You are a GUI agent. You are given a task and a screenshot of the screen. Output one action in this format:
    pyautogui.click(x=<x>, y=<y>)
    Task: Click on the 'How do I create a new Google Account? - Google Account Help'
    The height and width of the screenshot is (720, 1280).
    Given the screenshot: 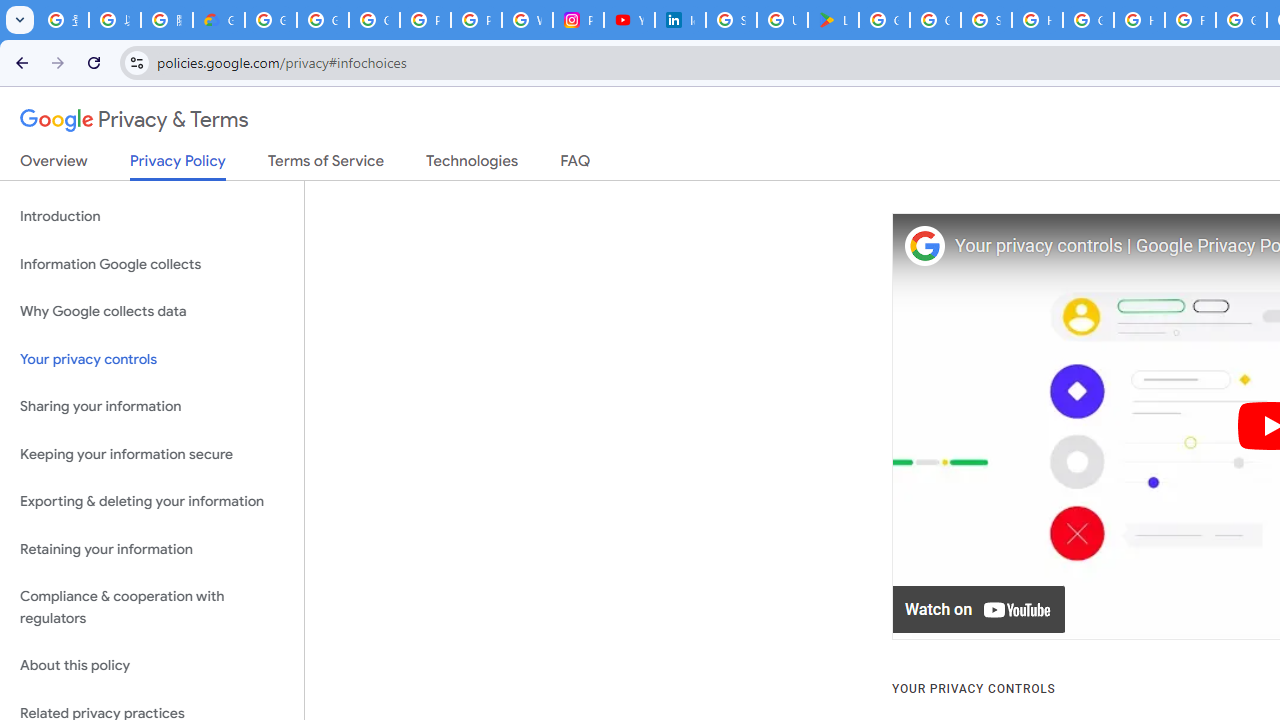 What is the action you would take?
    pyautogui.click(x=1139, y=20)
    